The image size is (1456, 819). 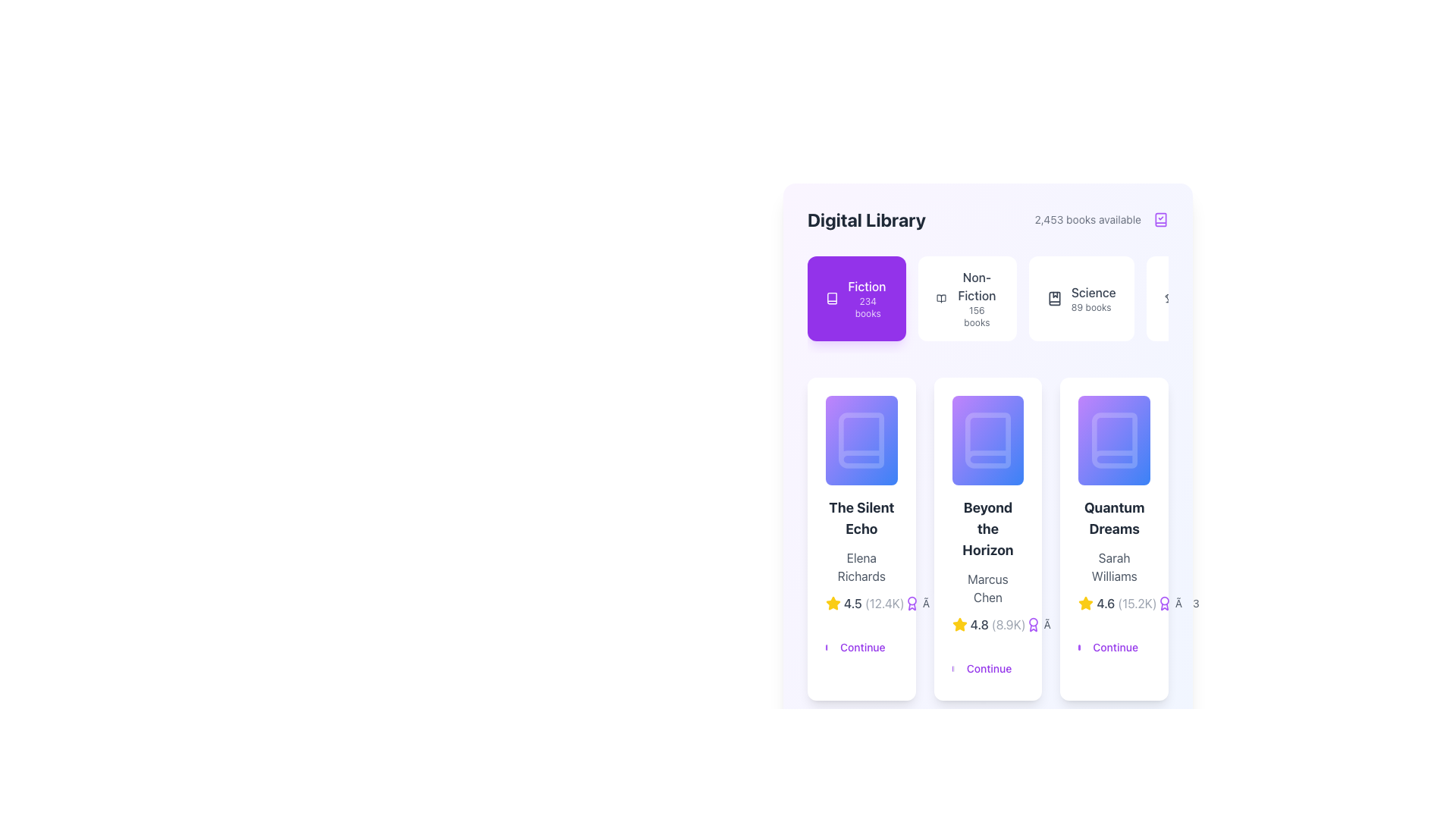 What do you see at coordinates (1116, 648) in the screenshot?
I see `the 'Continue' Interactive Text button located at the bottom right of the 'Quantum Dreams' content card` at bounding box center [1116, 648].